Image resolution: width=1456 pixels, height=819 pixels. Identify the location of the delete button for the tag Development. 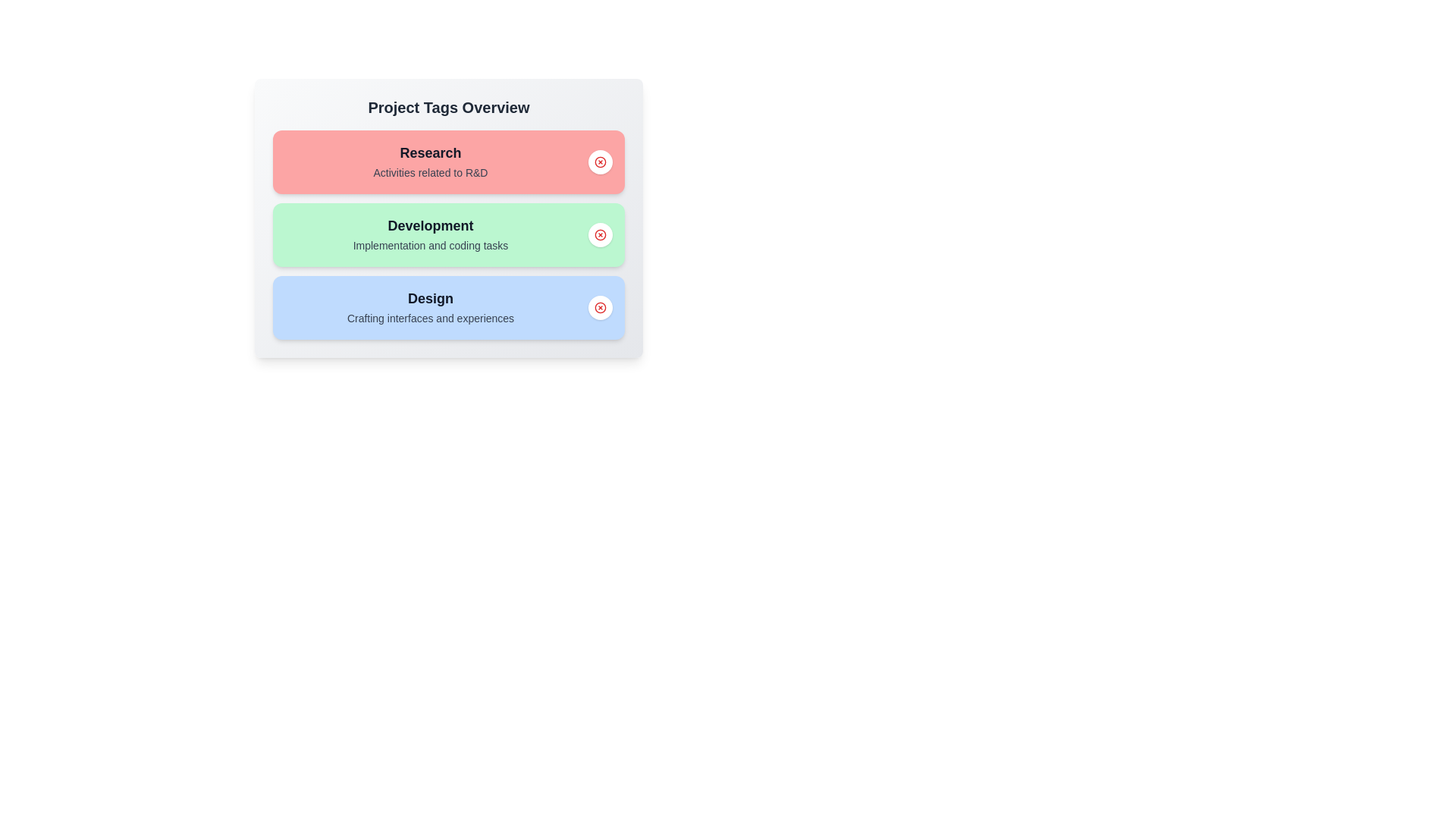
(600, 234).